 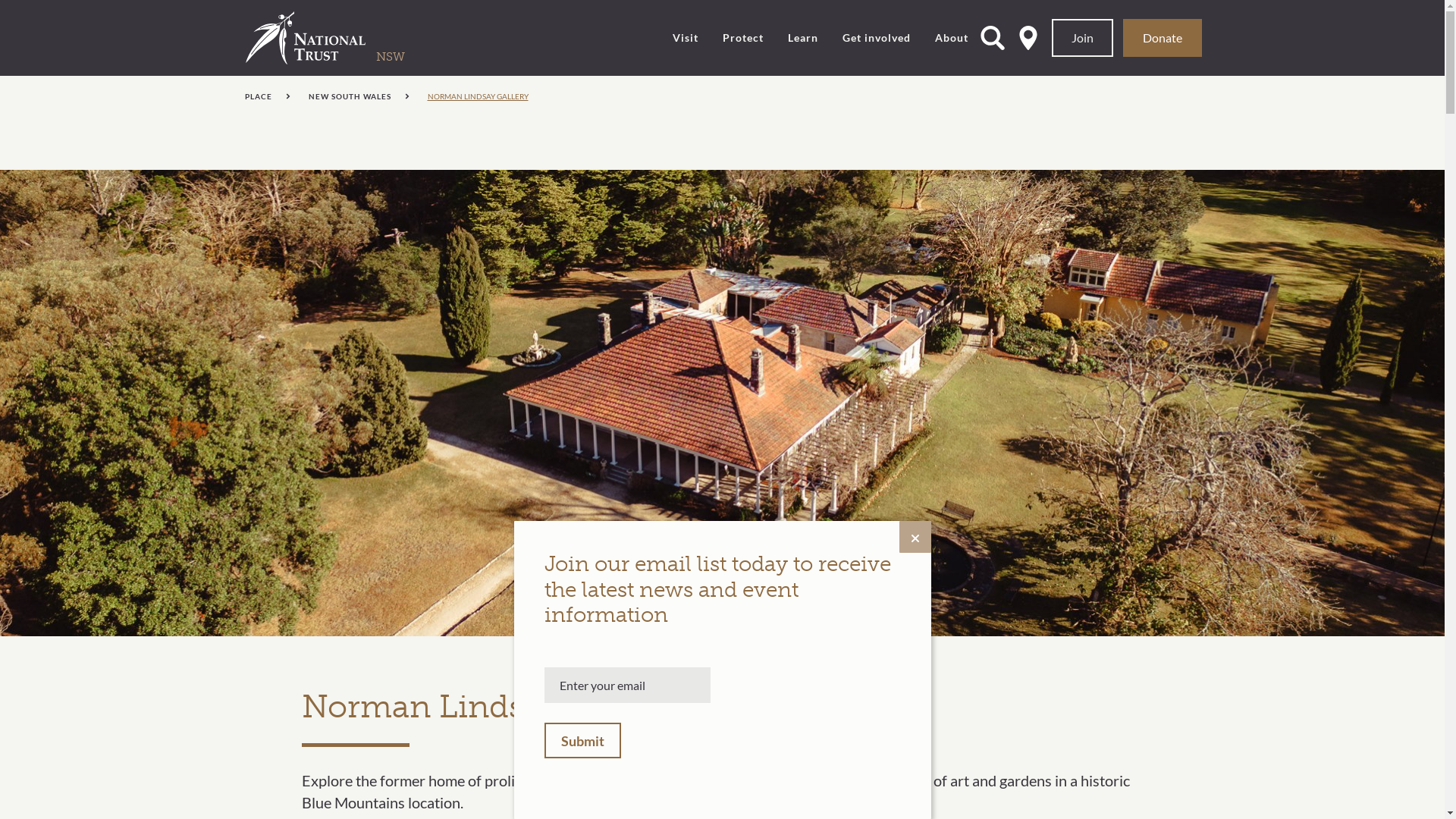 I want to click on 'NEW SOUTH WALES', so click(x=357, y=96).